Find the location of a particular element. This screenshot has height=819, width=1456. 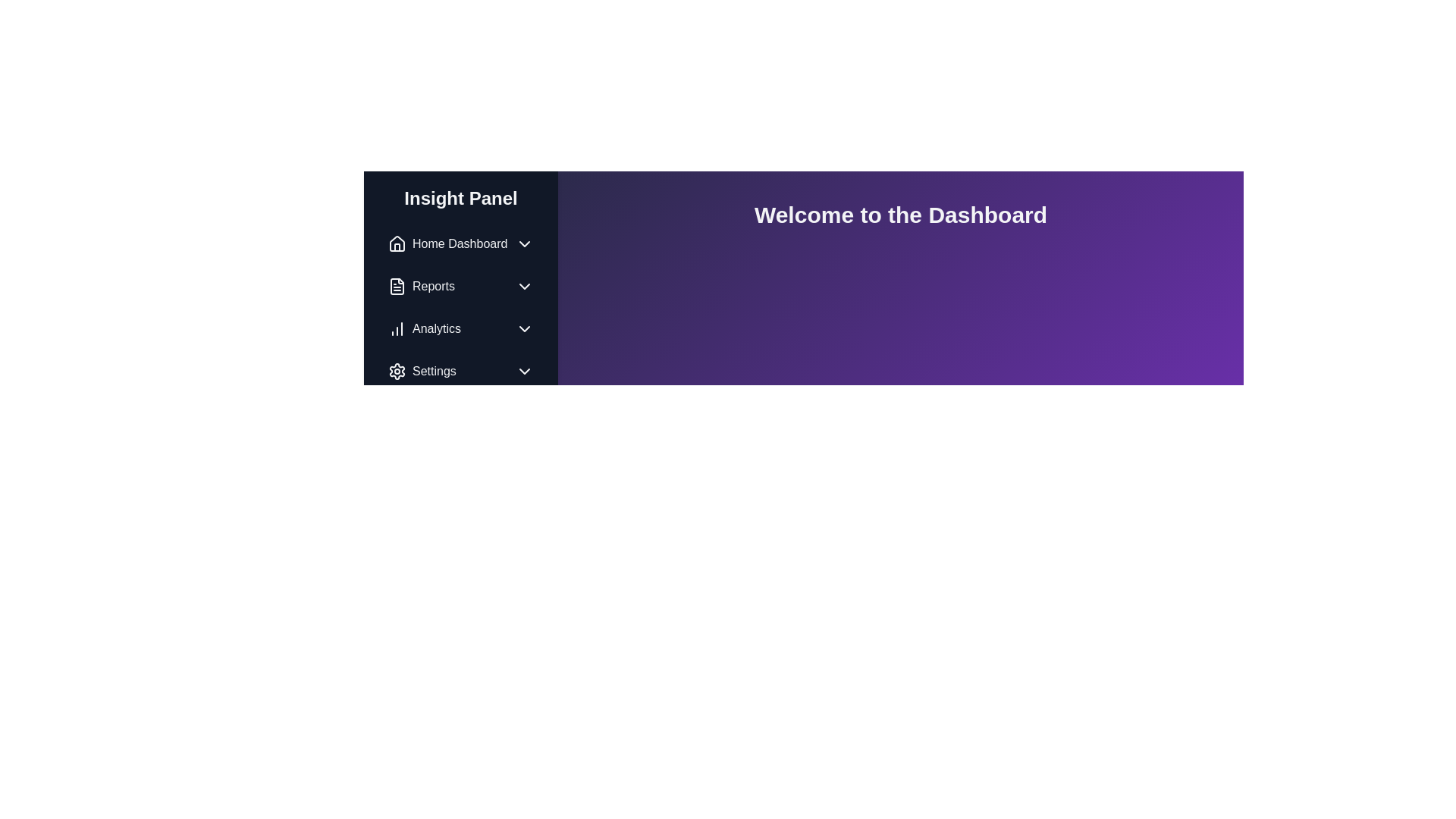

the Analytics icon located in the left sidebar menu titled 'Insight Panel', which is the third item in the list, positioned between 'Reports' and 'Settings' is located at coordinates (397, 328).